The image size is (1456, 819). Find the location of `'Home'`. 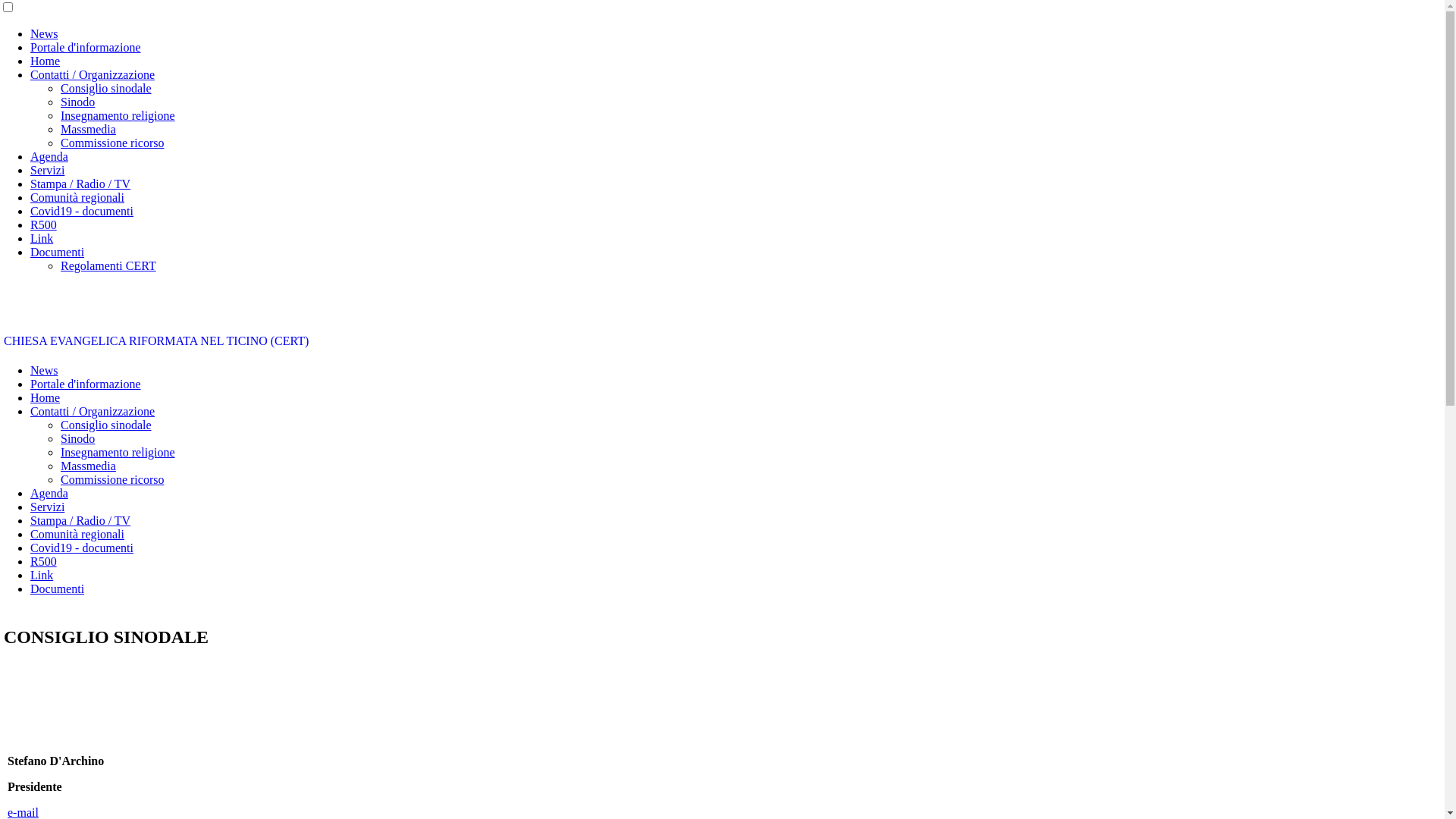

'Home' is located at coordinates (45, 397).